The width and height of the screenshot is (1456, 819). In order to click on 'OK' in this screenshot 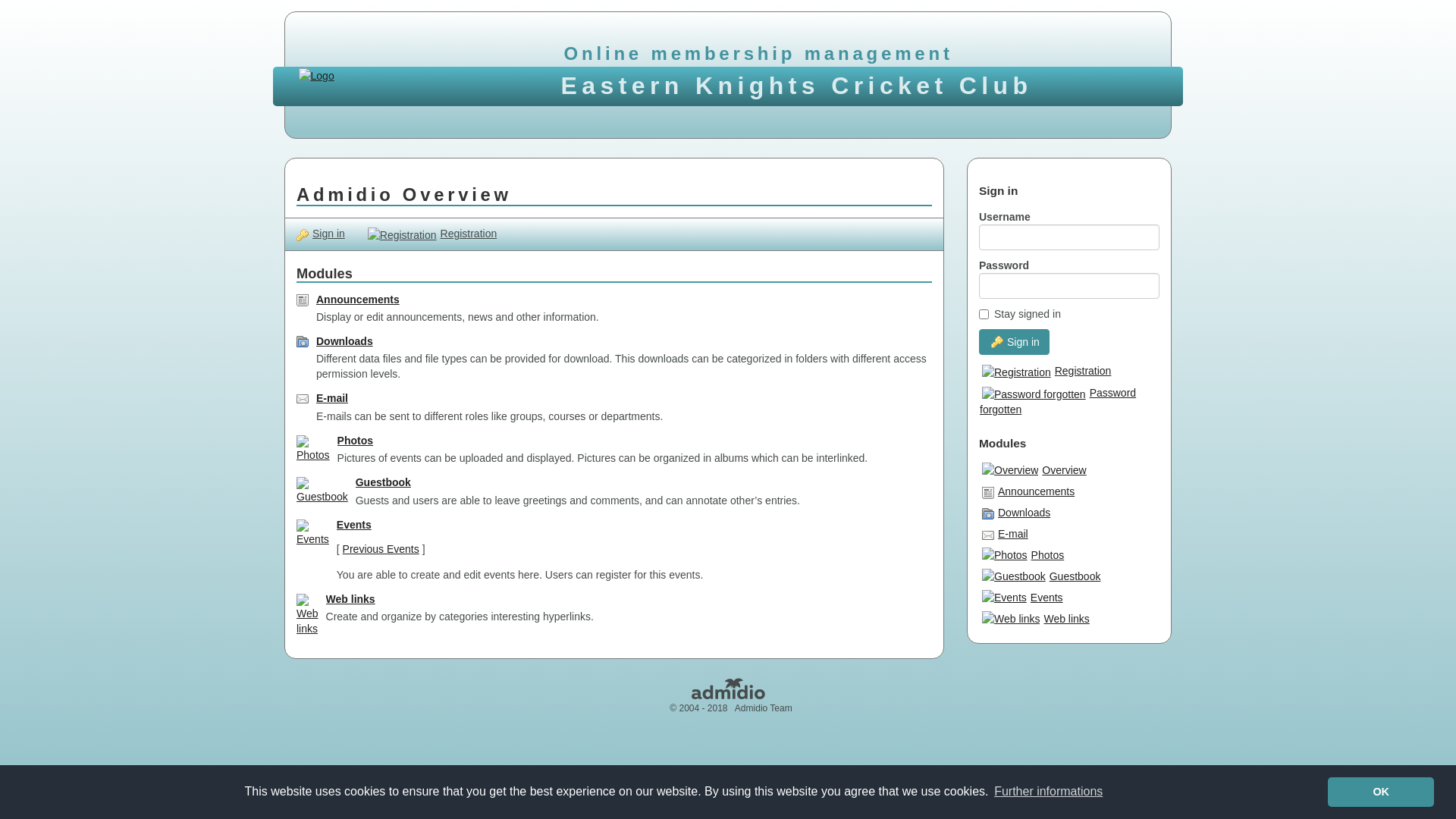, I will do `click(1380, 791)`.